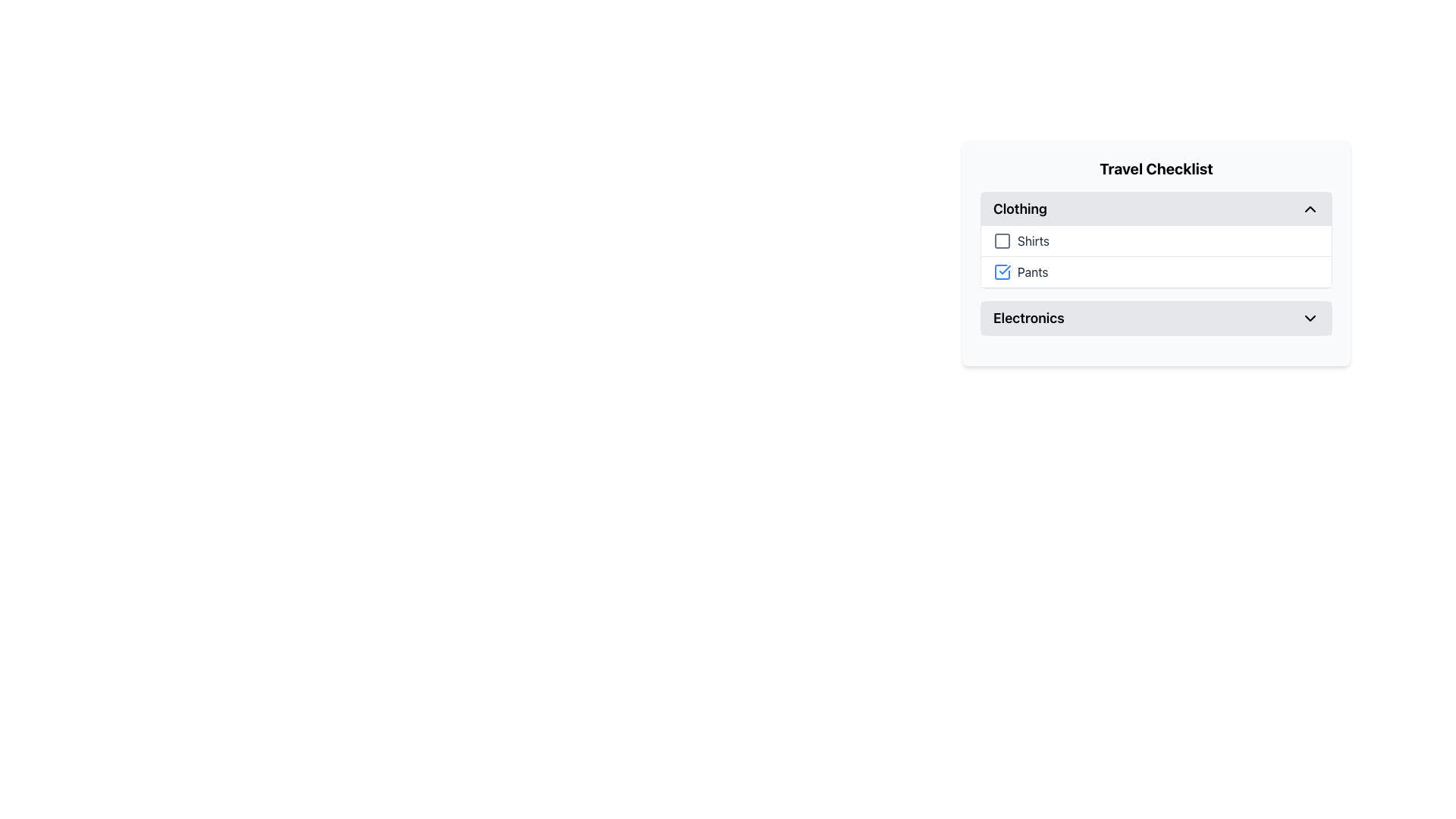 This screenshot has width=1456, height=819. Describe the element at coordinates (1310, 209) in the screenshot. I see `the toggle icon located at the rightmost end of the 'Clothing' header` at that location.